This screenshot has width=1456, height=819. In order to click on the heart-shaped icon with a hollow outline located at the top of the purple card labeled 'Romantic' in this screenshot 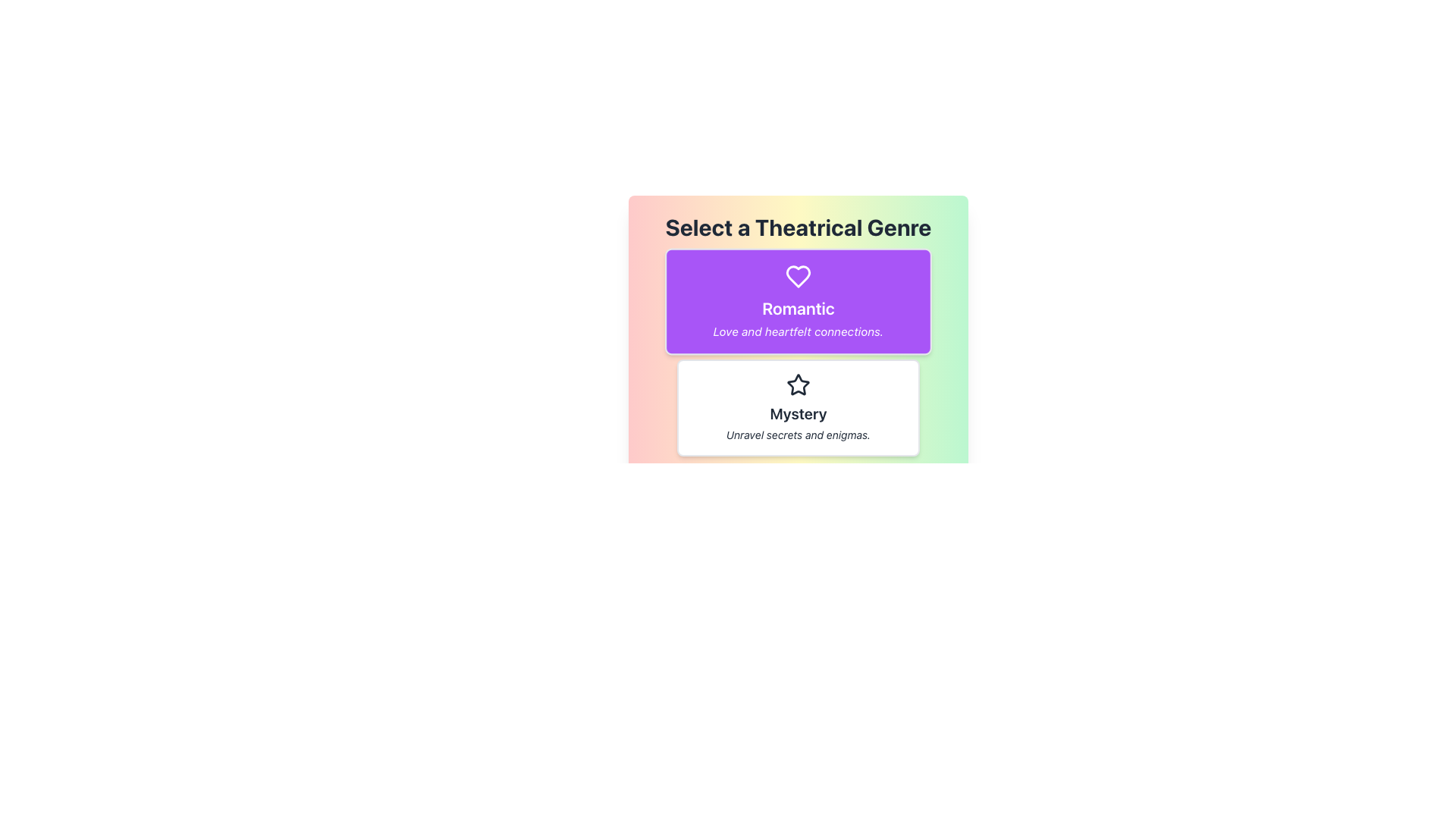, I will do `click(797, 277)`.